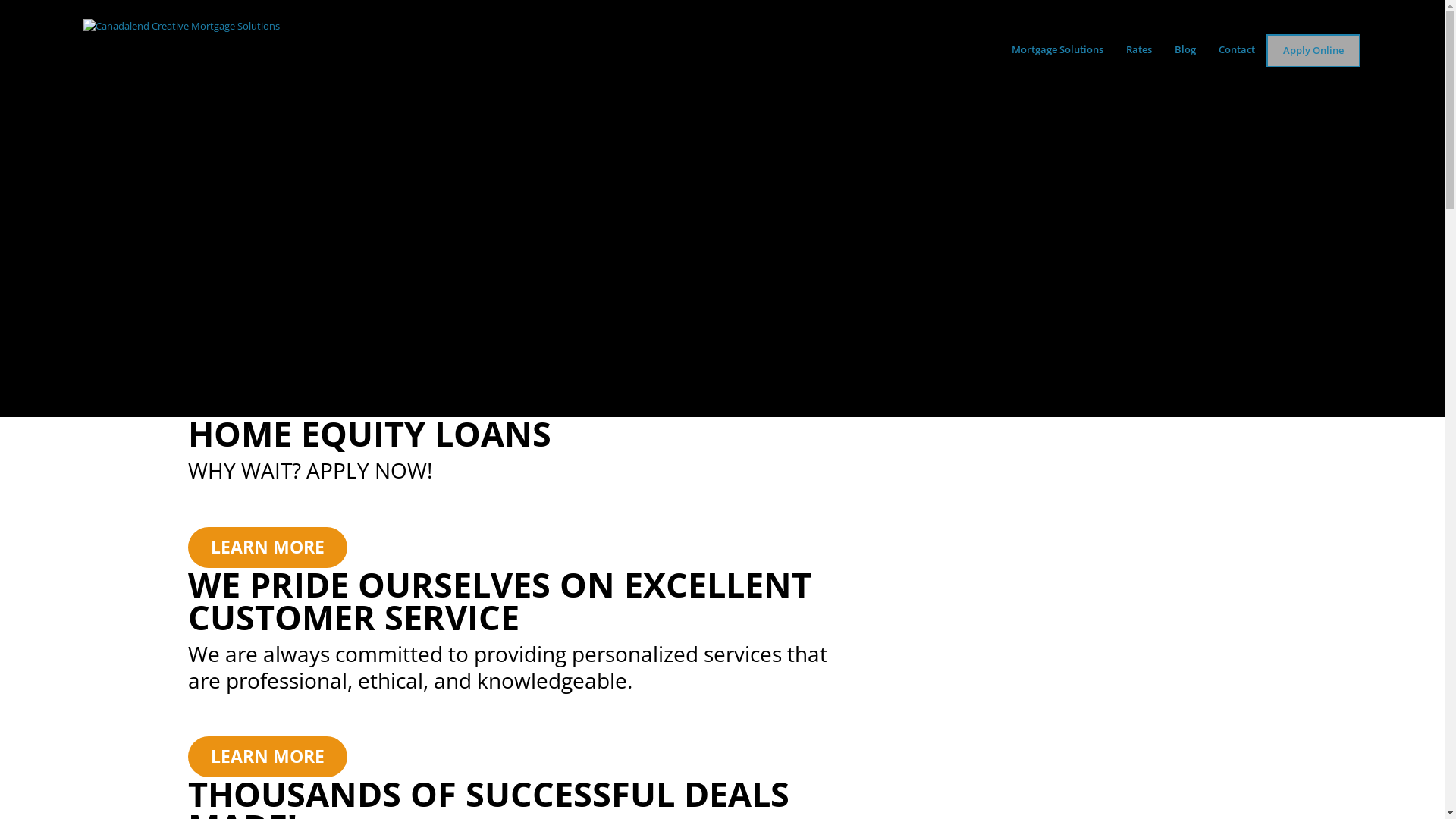 This screenshot has height=819, width=1456. Describe the element at coordinates (268, 547) in the screenshot. I see `'LEARN MORE'` at that location.